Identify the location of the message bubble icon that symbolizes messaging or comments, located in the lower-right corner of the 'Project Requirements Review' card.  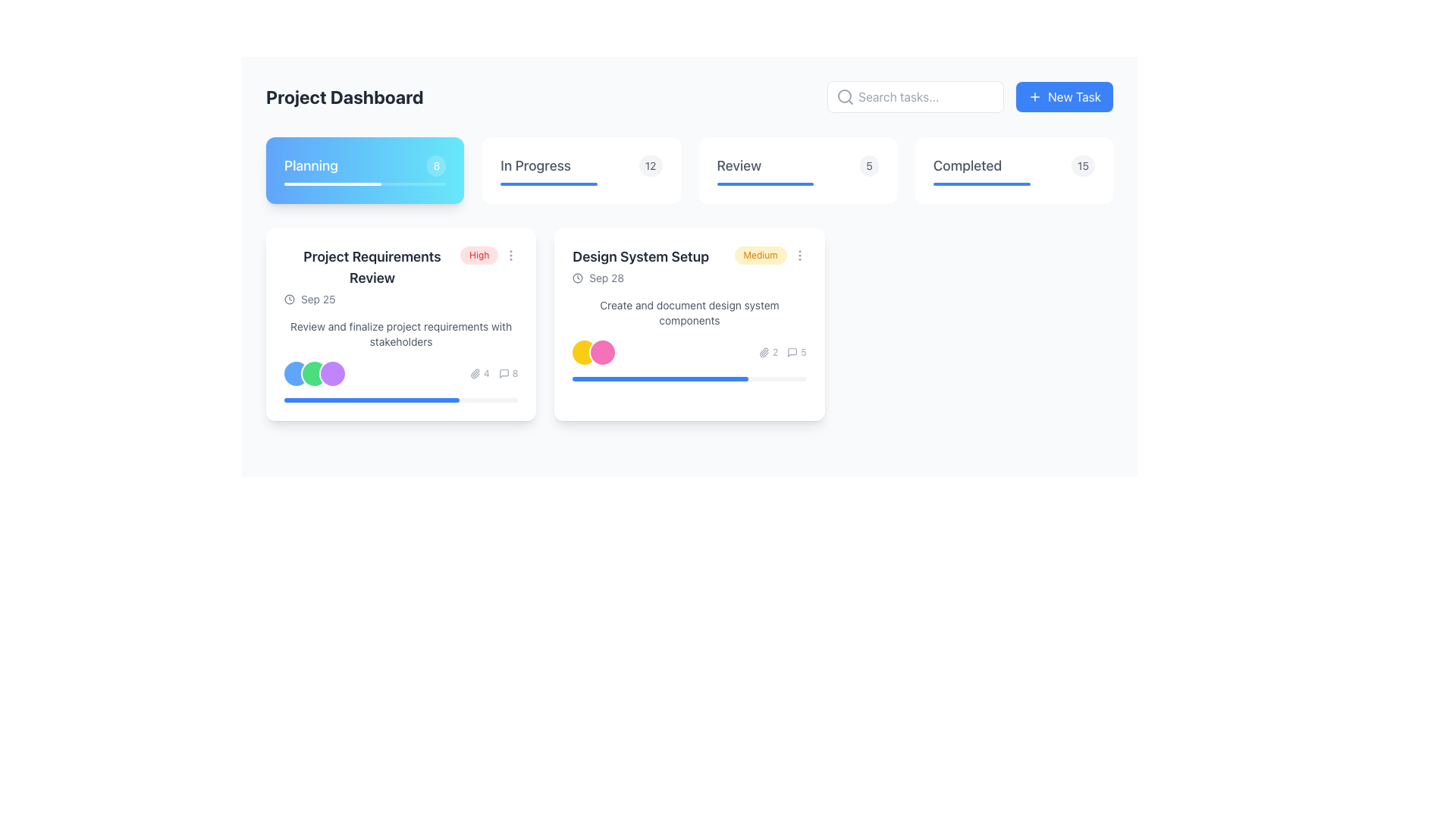
(504, 374).